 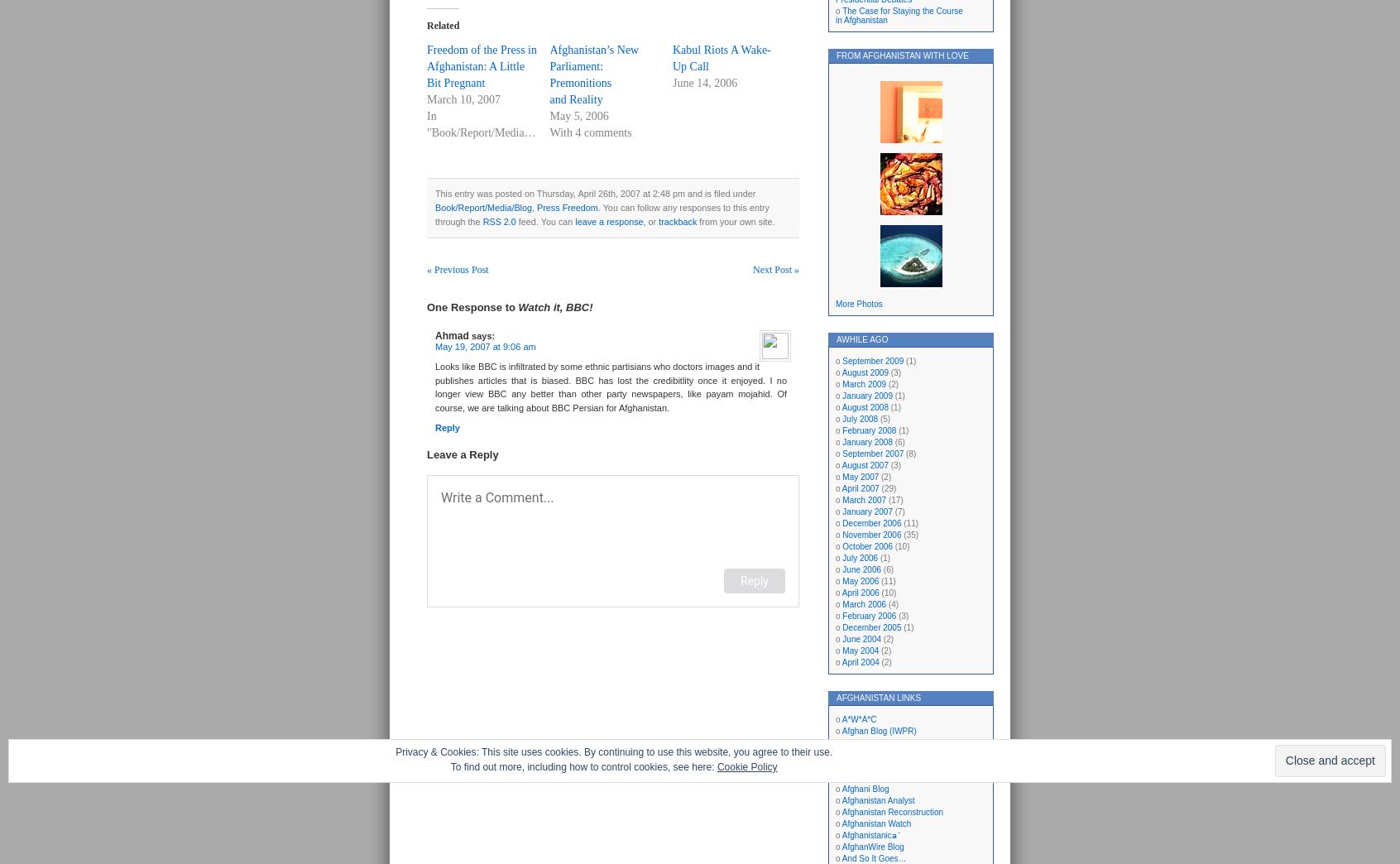 I want to click on ',', so click(x=535, y=207).